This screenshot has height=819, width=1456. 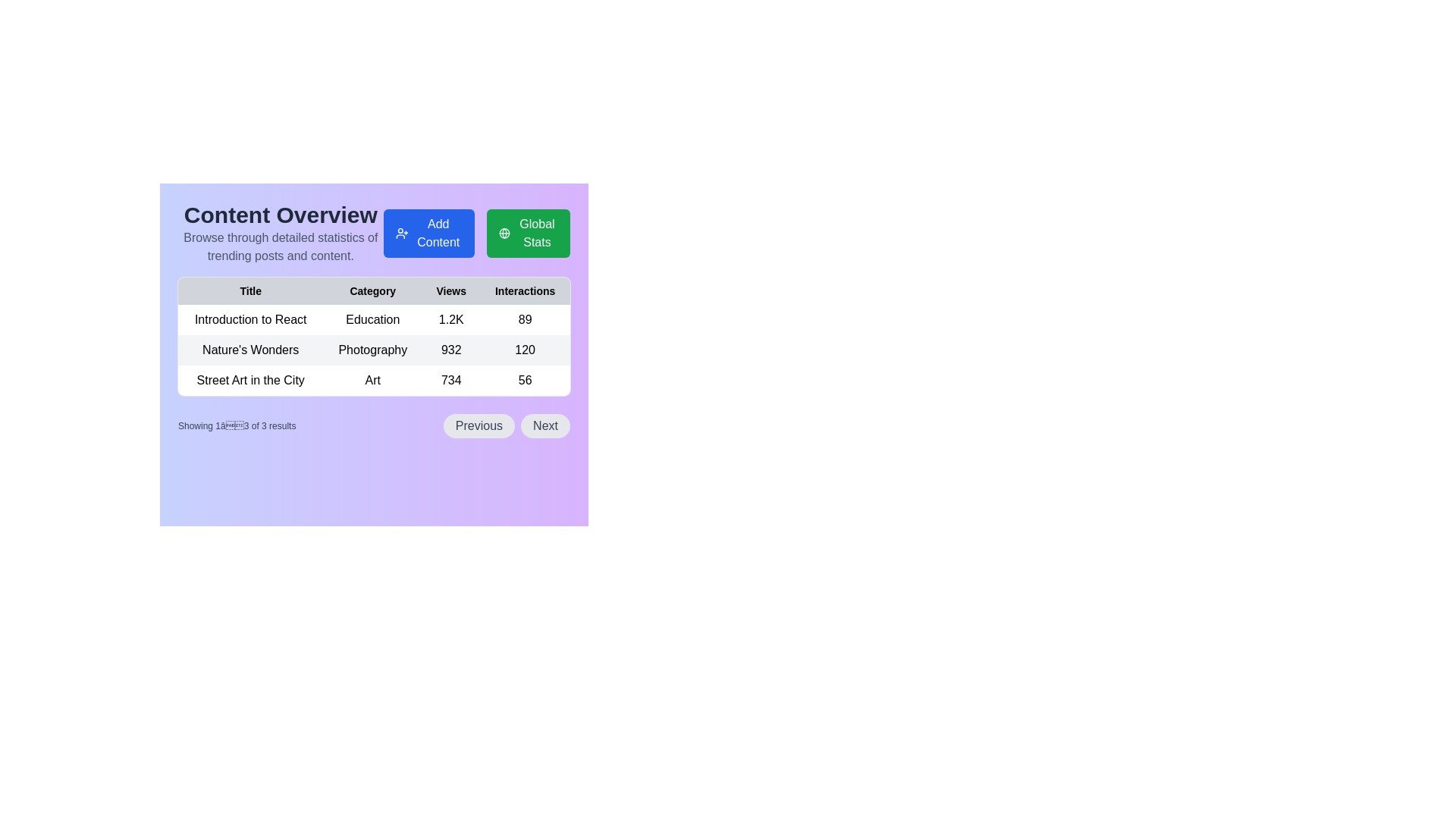 What do you see at coordinates (525, 379) in the screenshot?
I see `the Static text element displaying '56' in the fourth column of the third row of the data table` at bounding box center [525, 379].